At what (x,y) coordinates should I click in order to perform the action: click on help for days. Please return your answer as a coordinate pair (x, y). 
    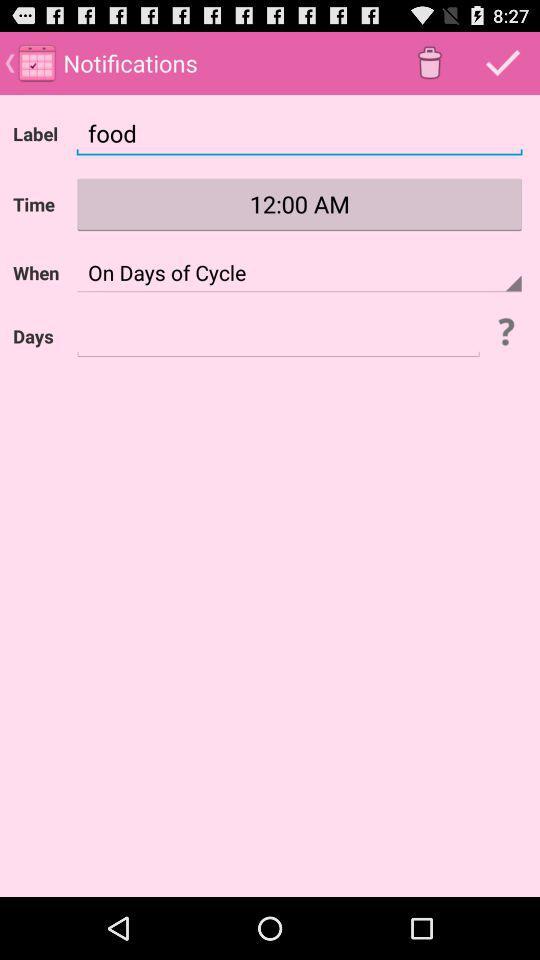
    Looking at the image, I should click on (504, 331).